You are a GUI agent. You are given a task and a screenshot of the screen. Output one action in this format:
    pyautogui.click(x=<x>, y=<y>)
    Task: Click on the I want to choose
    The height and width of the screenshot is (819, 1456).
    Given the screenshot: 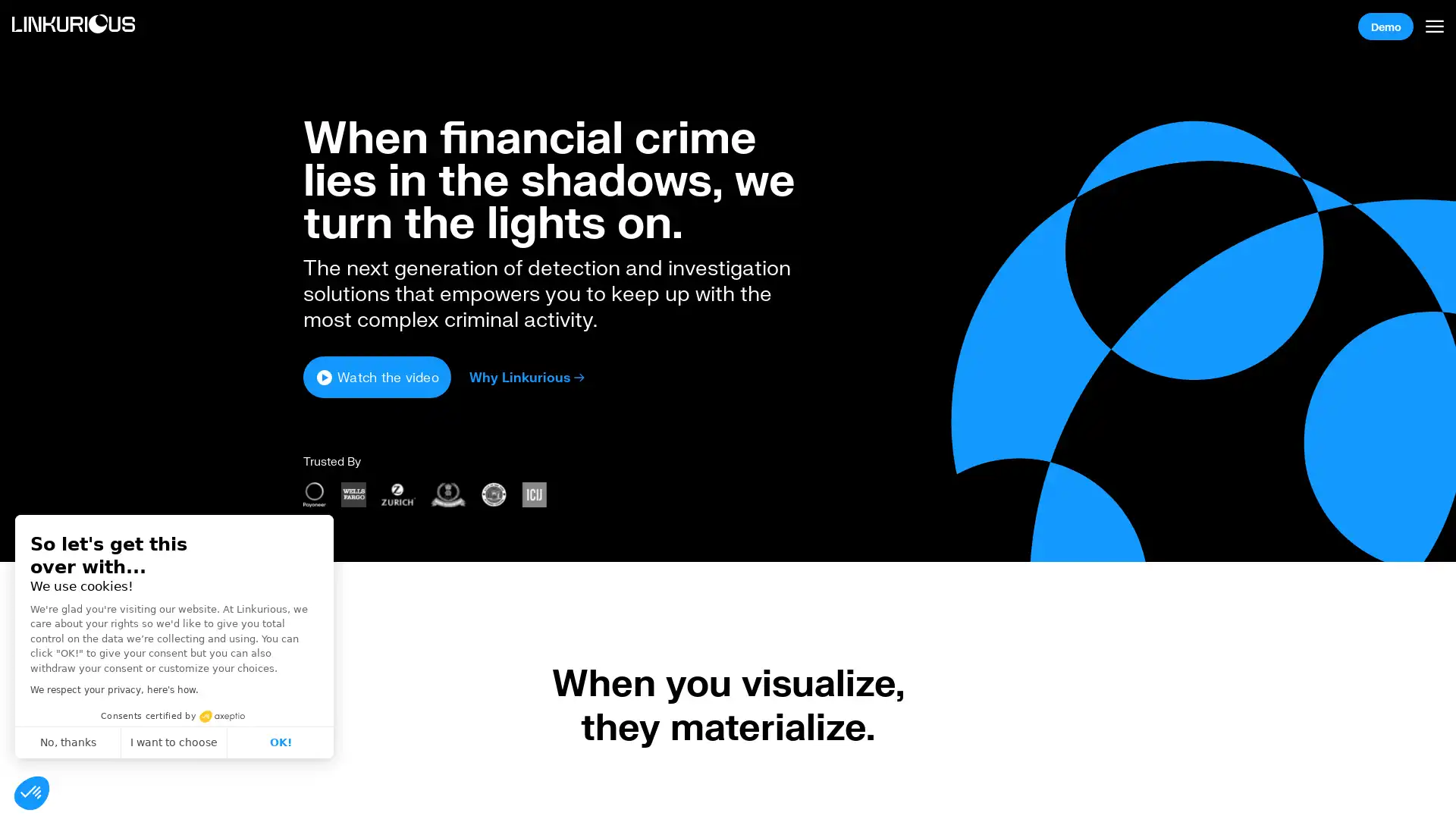 What is the action you would take?
    pyautogui.click(x=174, y=742)
    